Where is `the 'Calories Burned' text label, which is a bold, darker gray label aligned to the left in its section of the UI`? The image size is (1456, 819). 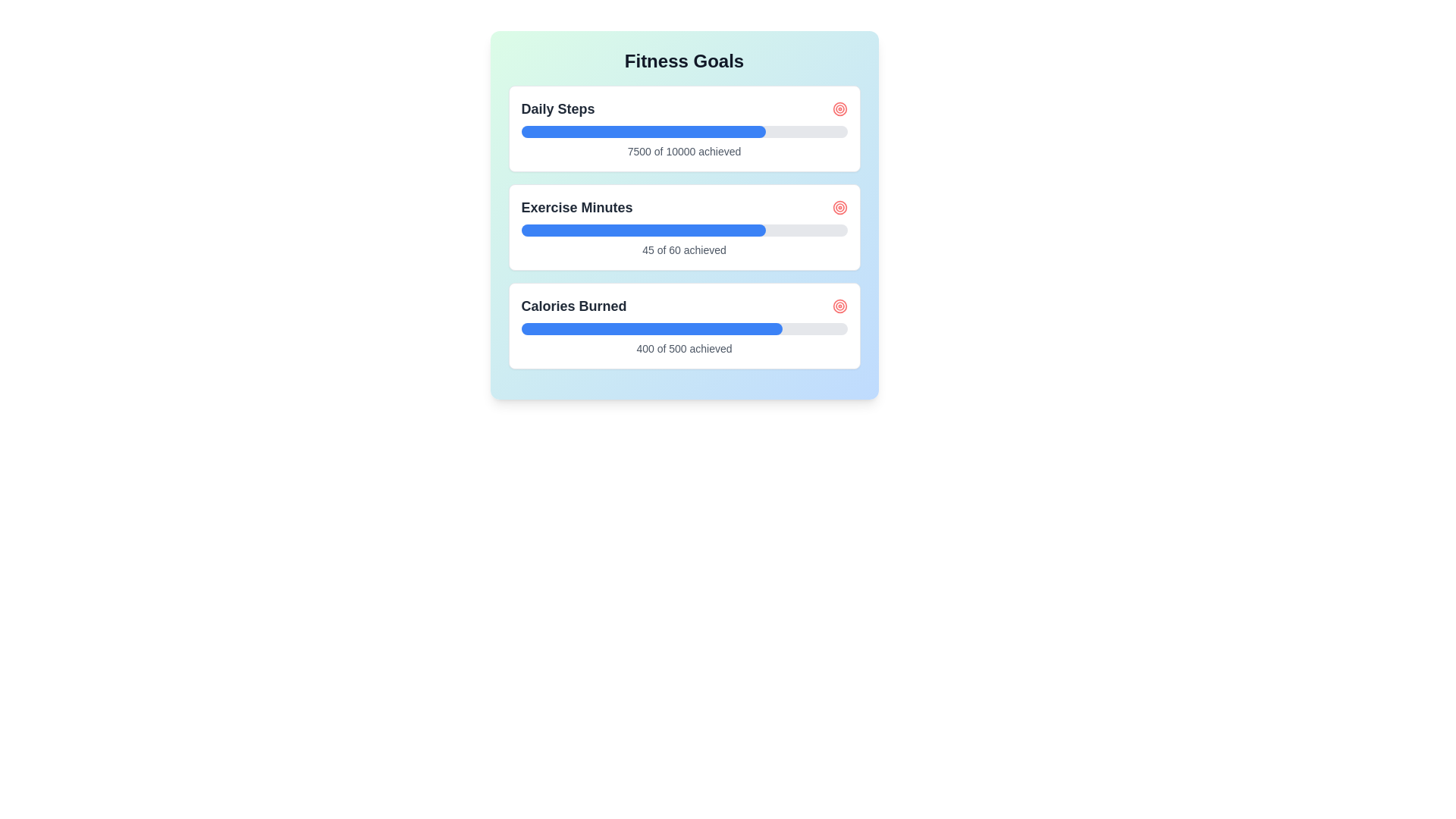
the 'Calories Burned' text label, which is a bold, darker gray label aligned to the left in its section of the UI is located at coordinates (573, 306).